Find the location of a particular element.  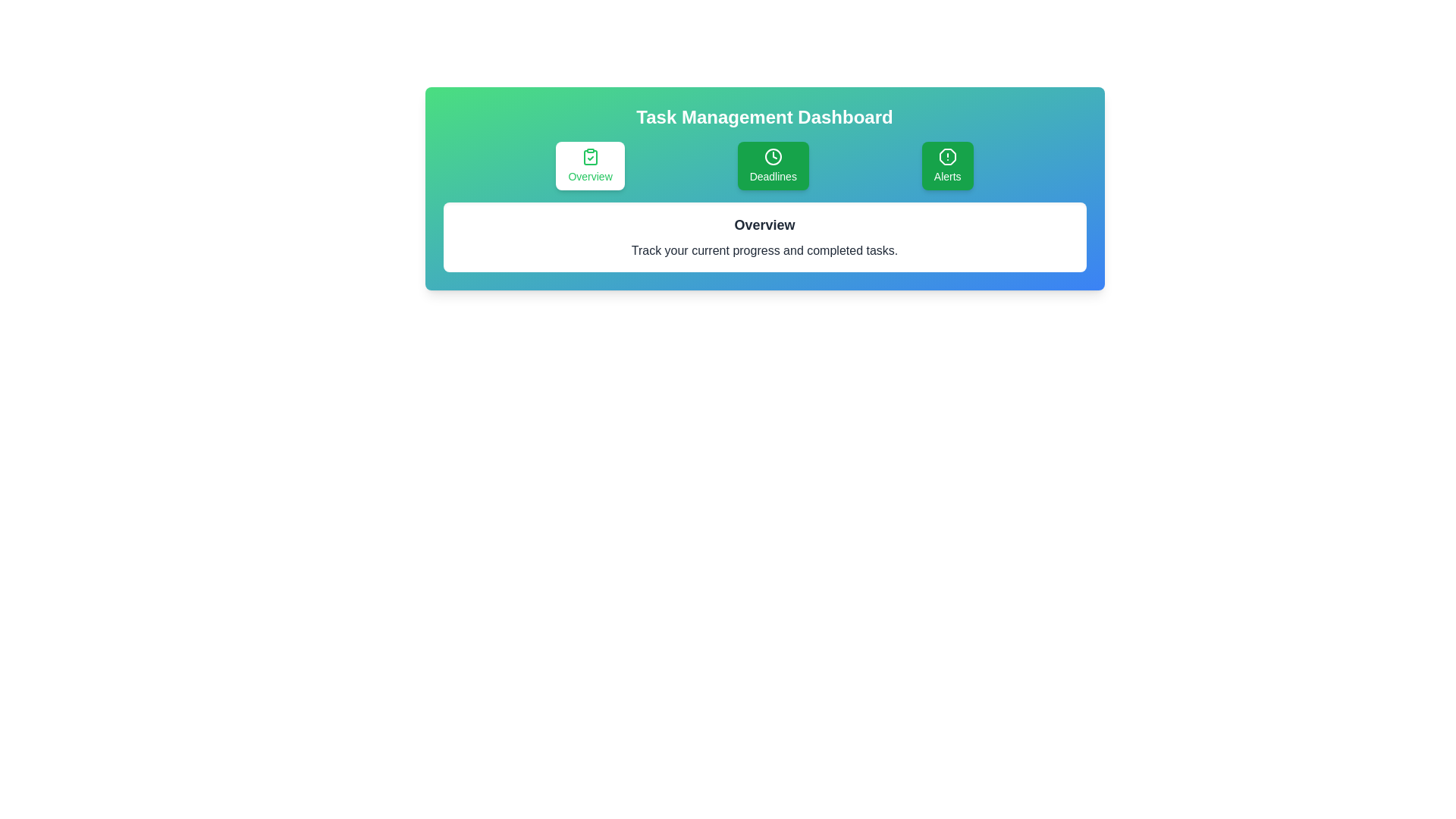

the Overview tab by clicking on it is located at coordinates (589, 166).